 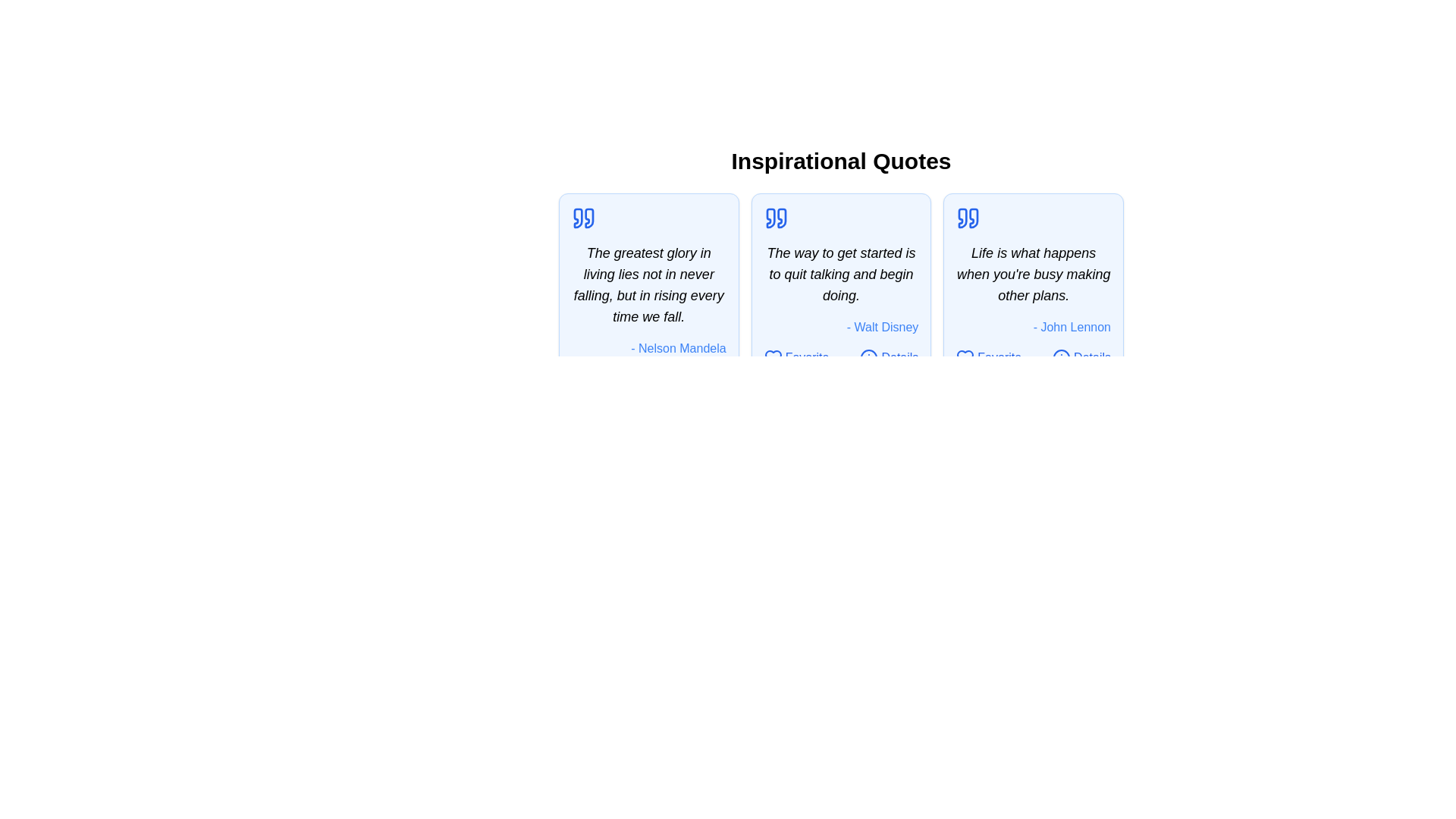 What do you see at coordinates (999, 357) in the screenshot?
I see `the heart-shaped icon adjacent to the 'Favorite' text label to mark it as favorite` at bounding box center [999, 357].